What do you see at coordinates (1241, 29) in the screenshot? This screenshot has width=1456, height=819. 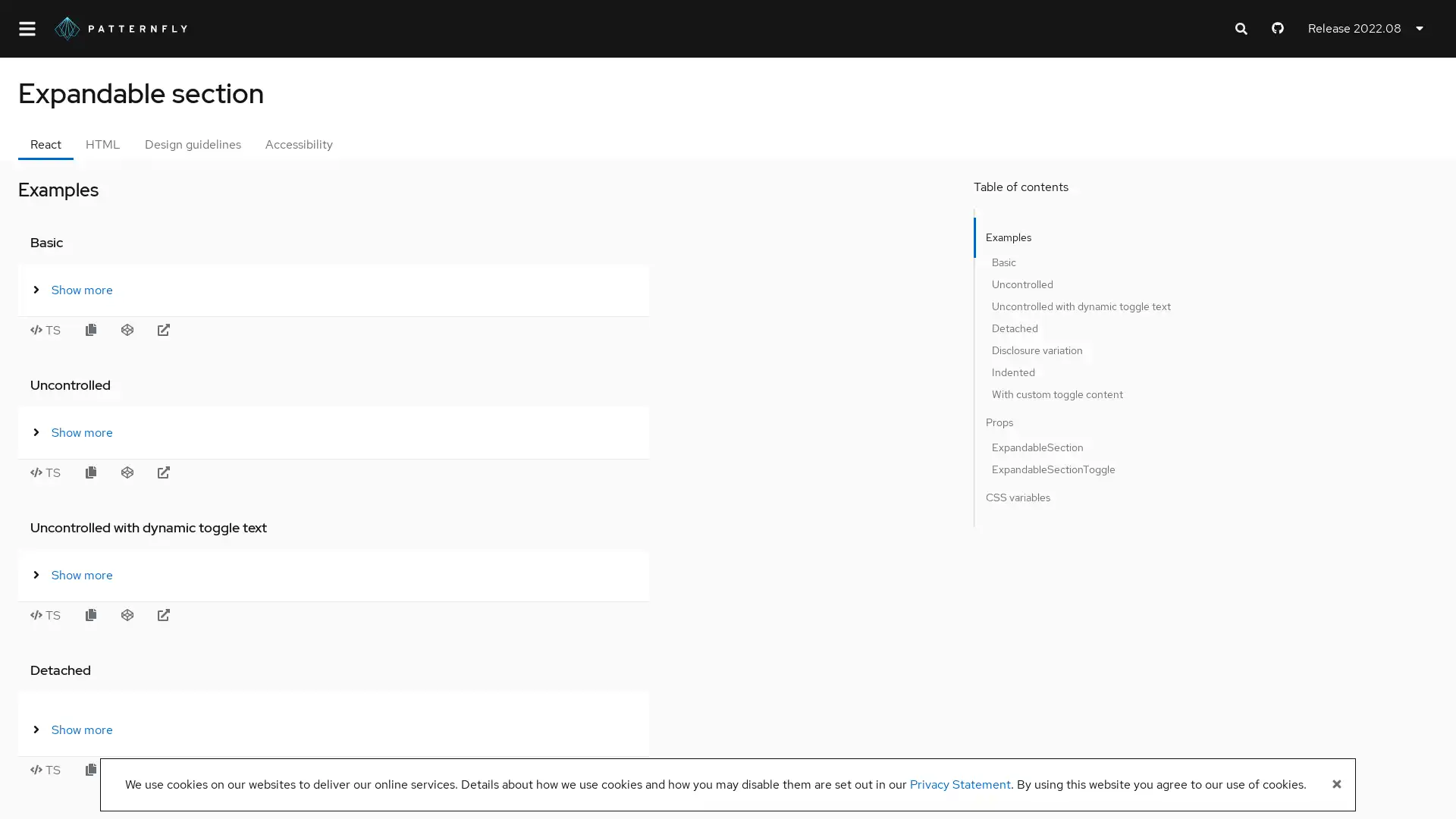 I see `Expand search input` at bounding box center [1241, 29].